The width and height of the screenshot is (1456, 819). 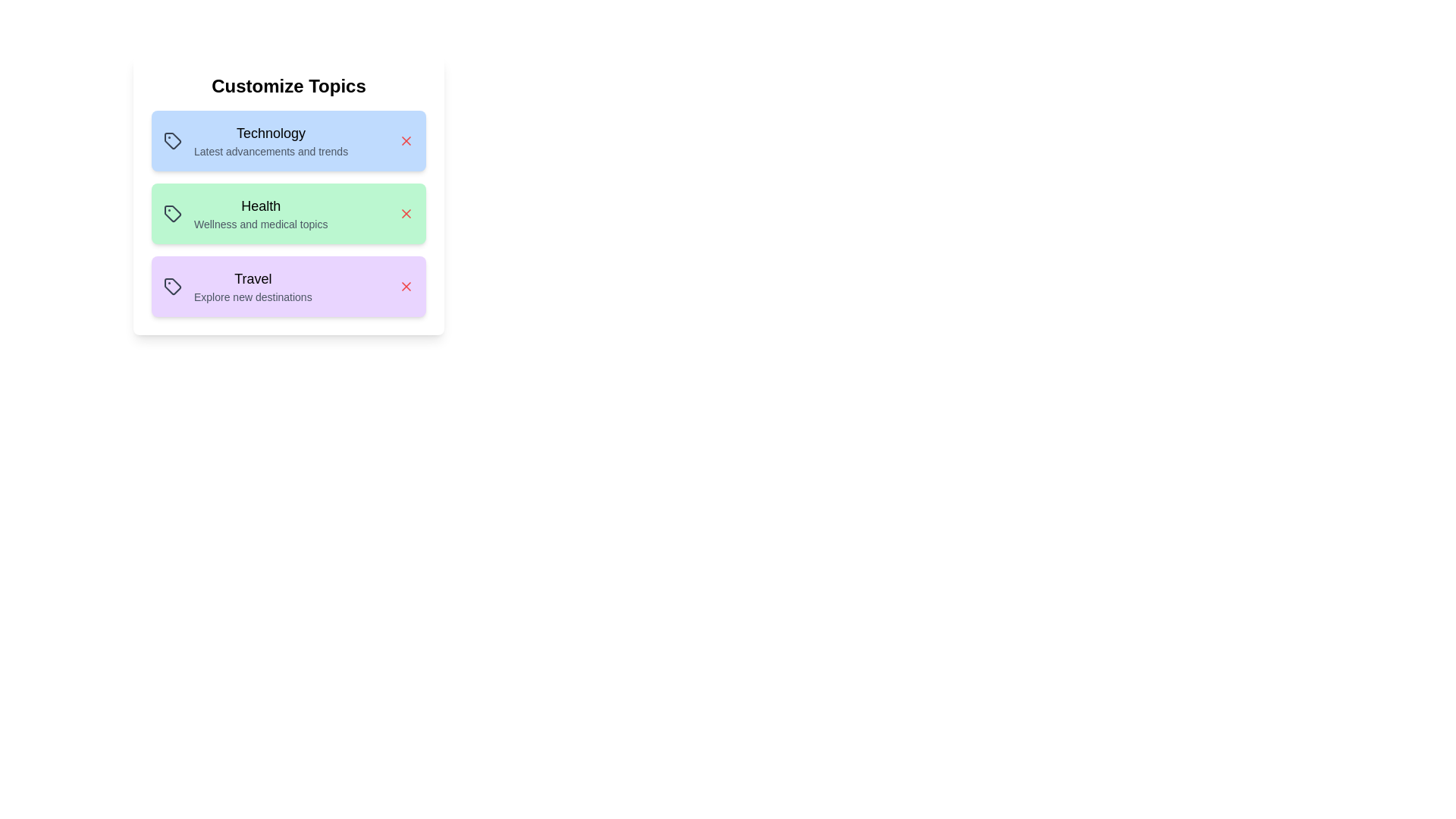 What do you see at coordinates (288, 195) in the screenshot?
I see `the center of the TopicSelector component to bring it into focus` at bounding box center [288, 195].